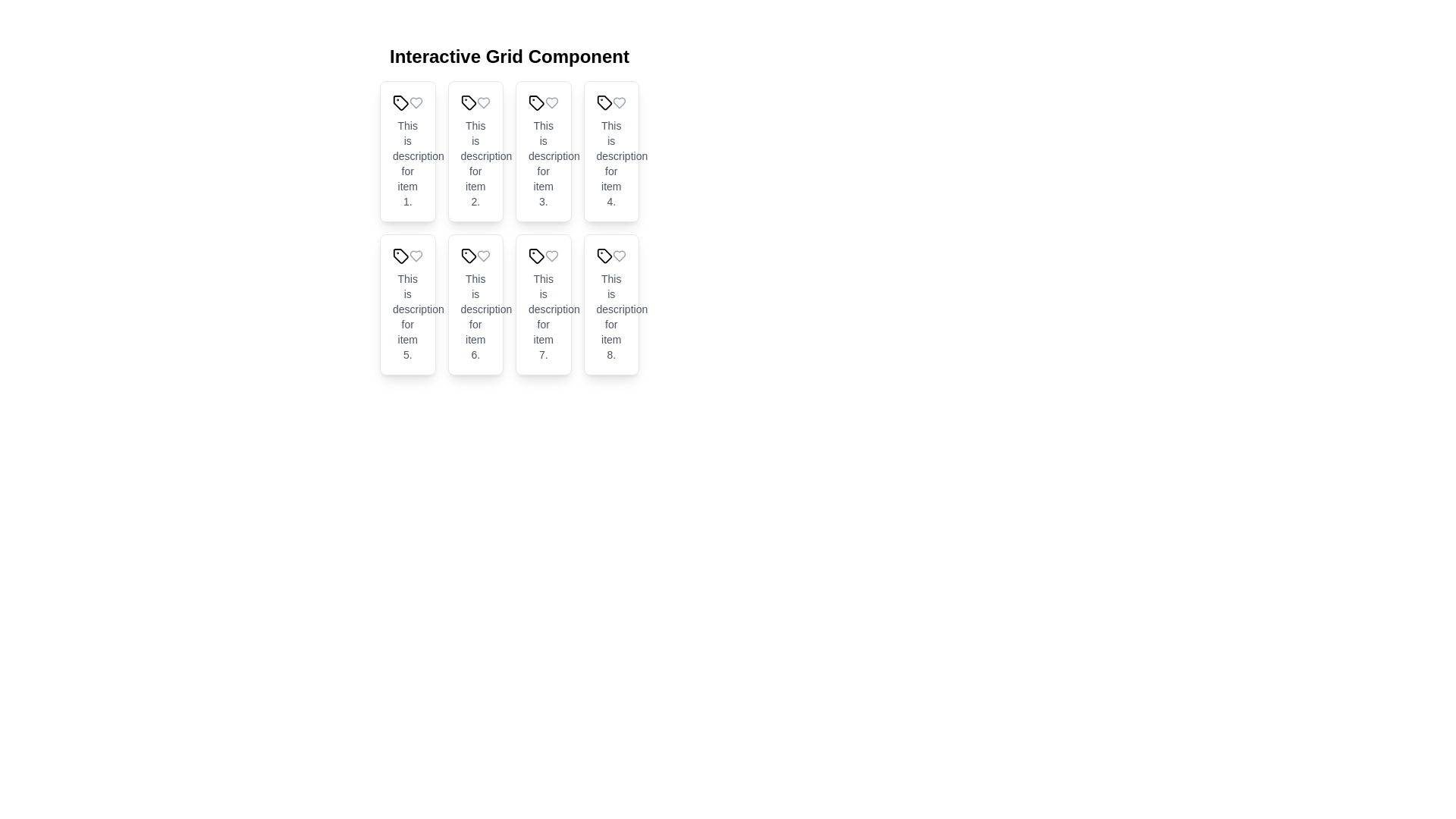  What do you see at coordinates (536, 102) in the screenshot?
I see `the tag icon located in the top left corner of the card labeled 'Tile 3', which is adjacent to a heart icon on its right` at bounding box center [536, 102].